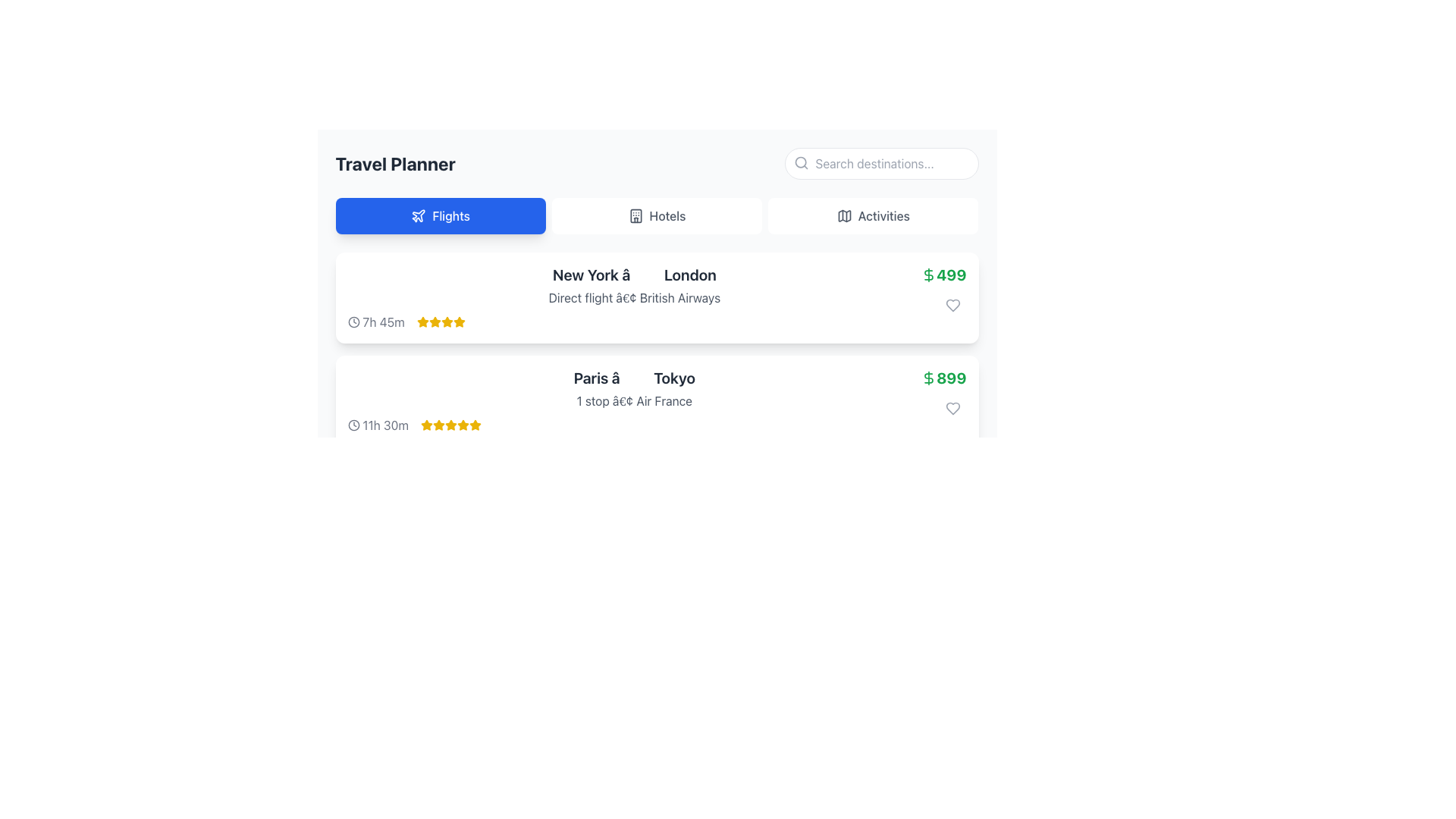 The image size is (1456, 819). Describe the element at coordinates (634, 298) in the screenshot. I see `the text label that specifies additional flight details indicating that the flight is direct and operated by British Airways, located between the main route description and the flight duration` at that location.